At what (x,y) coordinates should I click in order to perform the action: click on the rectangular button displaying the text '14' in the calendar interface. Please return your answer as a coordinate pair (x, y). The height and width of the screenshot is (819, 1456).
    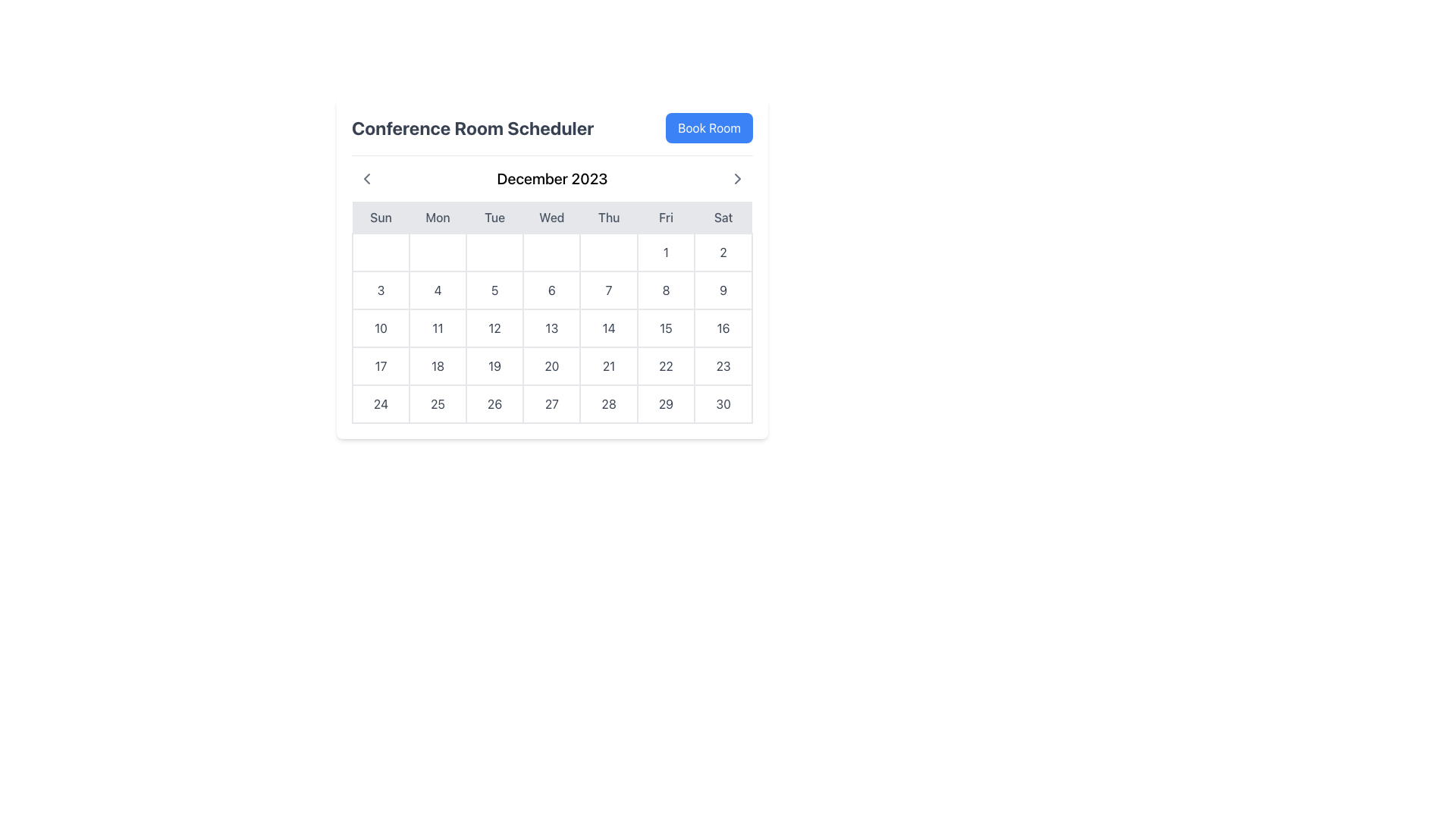
    Looking at the image, I should click on (609, 327).